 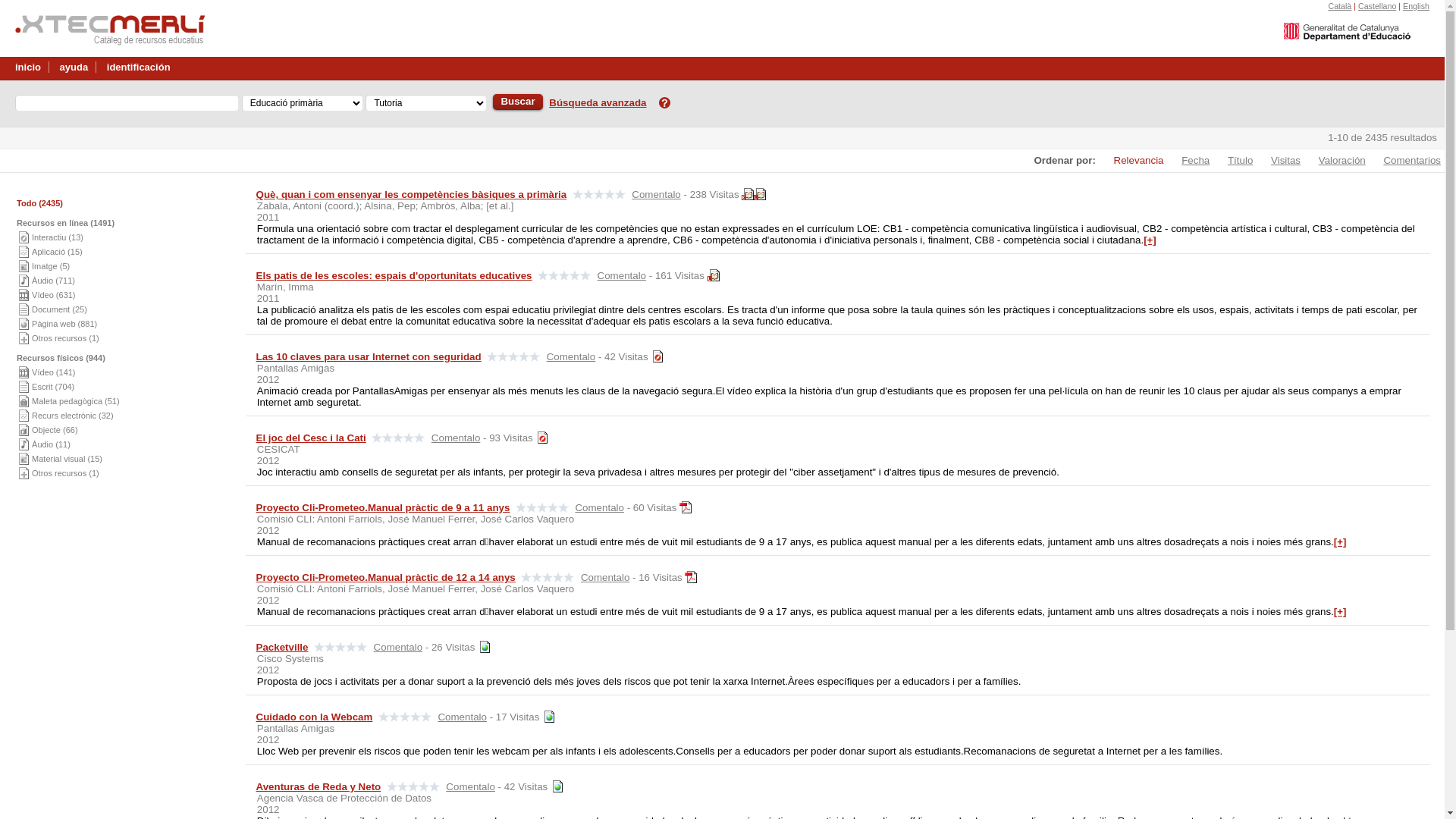 What do you see at coordinates (1415, 5) in the screenshot?
I see `'English'` at bounding box center [1415, 5].